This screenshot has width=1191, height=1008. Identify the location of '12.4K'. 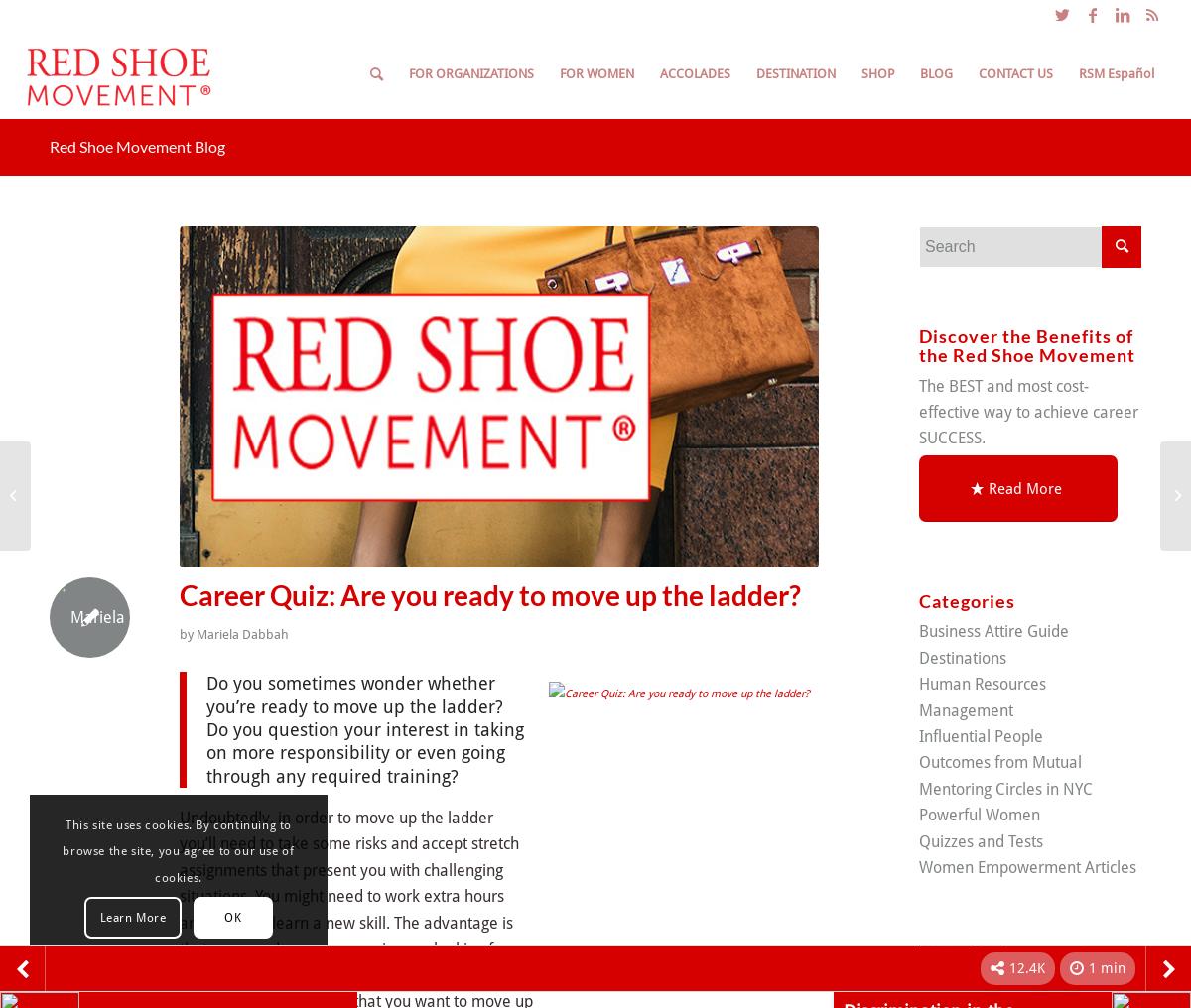
(1027, 967).